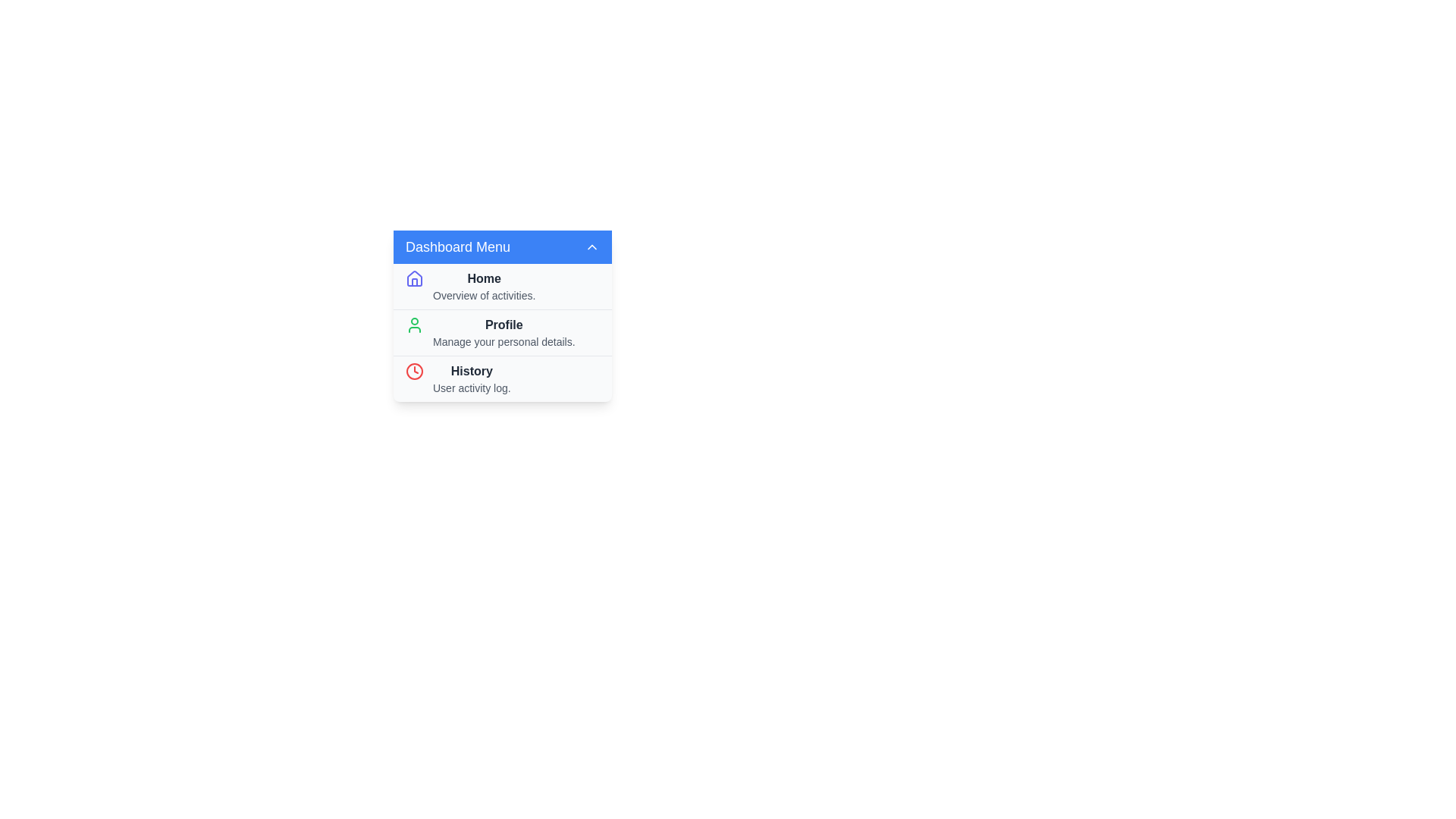  I want to click on descriptive text label located directly below the 'Home' menu option in the Dashboard Menu interface to understand its purpose, so click(483, 295).